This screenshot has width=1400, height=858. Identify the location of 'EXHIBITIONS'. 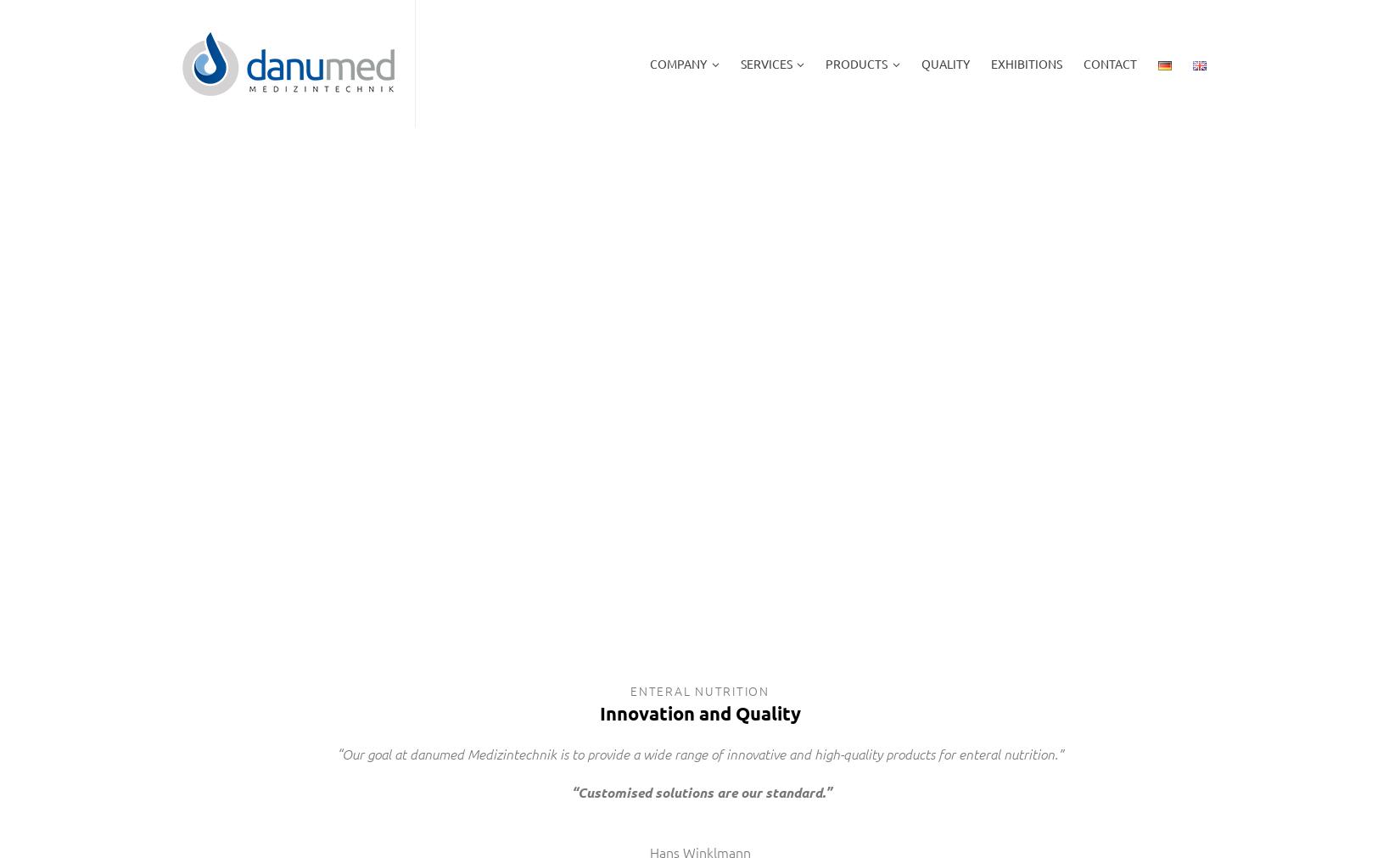
(1026, 63).